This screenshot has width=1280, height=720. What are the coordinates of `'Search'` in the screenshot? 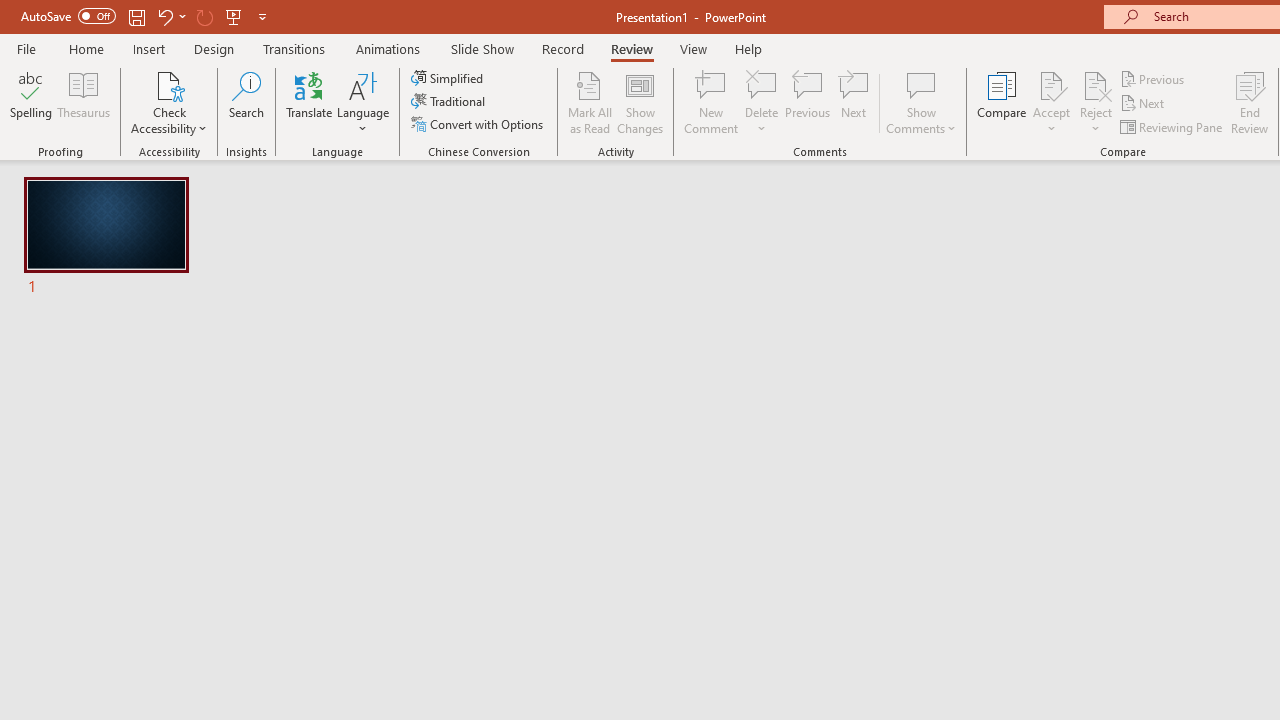 It's located at (246, 103).